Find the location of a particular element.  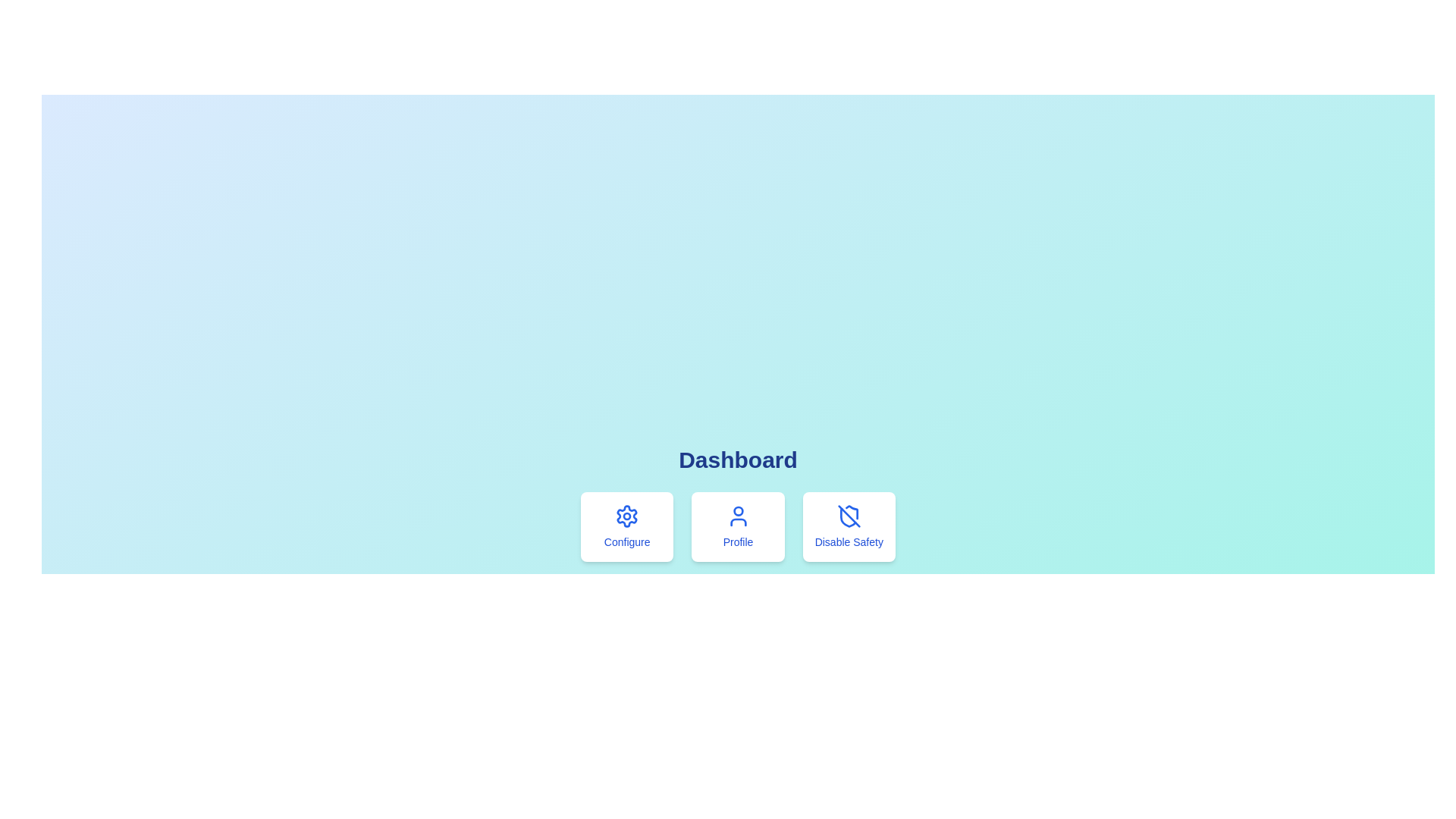

the navigation card located in the center column below the 'Dashboard' heading, flanked by 'Configure' and 'Disable Safety' cards is located at coordinates (738, 526).